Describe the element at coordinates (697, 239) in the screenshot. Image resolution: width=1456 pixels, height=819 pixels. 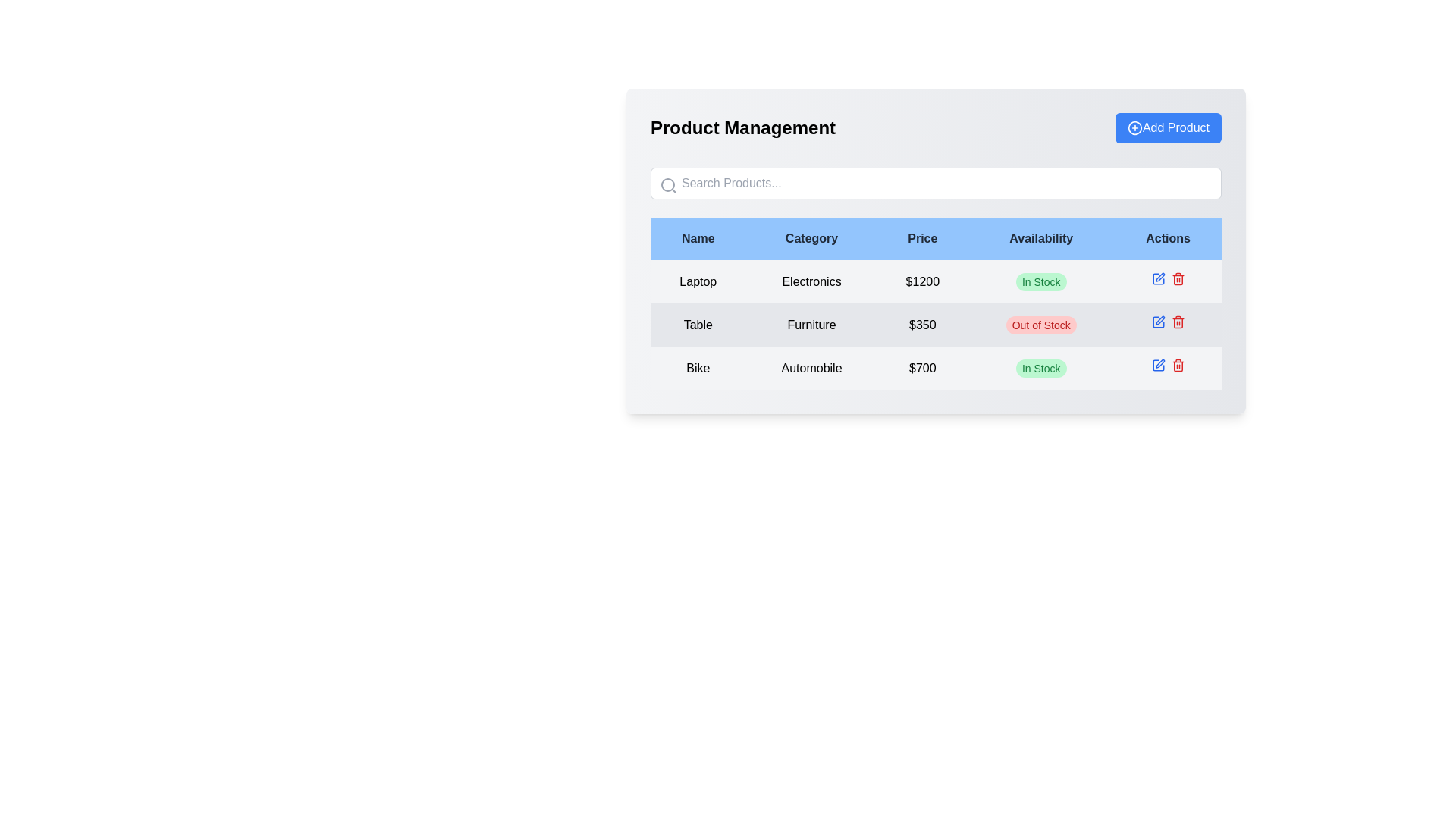
I see `the 'Name' column header, which is the first of five column headers in the table, located in the top-left corner of the header row` at that location.